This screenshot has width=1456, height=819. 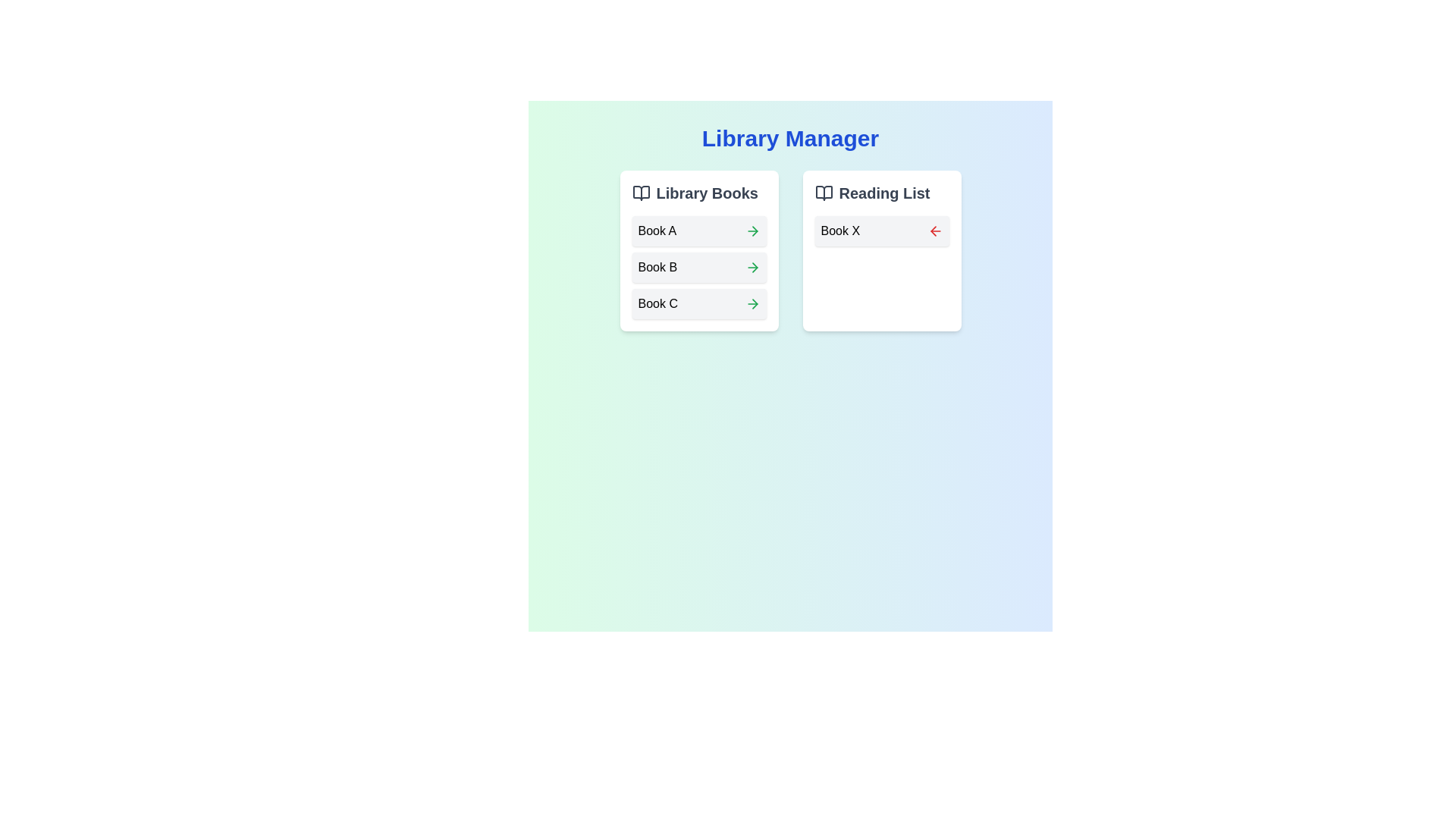 What do you see at coordinates (657, 304) in the screenshot?
I see `the text label displaying the caption 'Book C' in bold, black font, which is the third item in the vertical list under the 'Library Books' section` at bounding box center [657, 304].